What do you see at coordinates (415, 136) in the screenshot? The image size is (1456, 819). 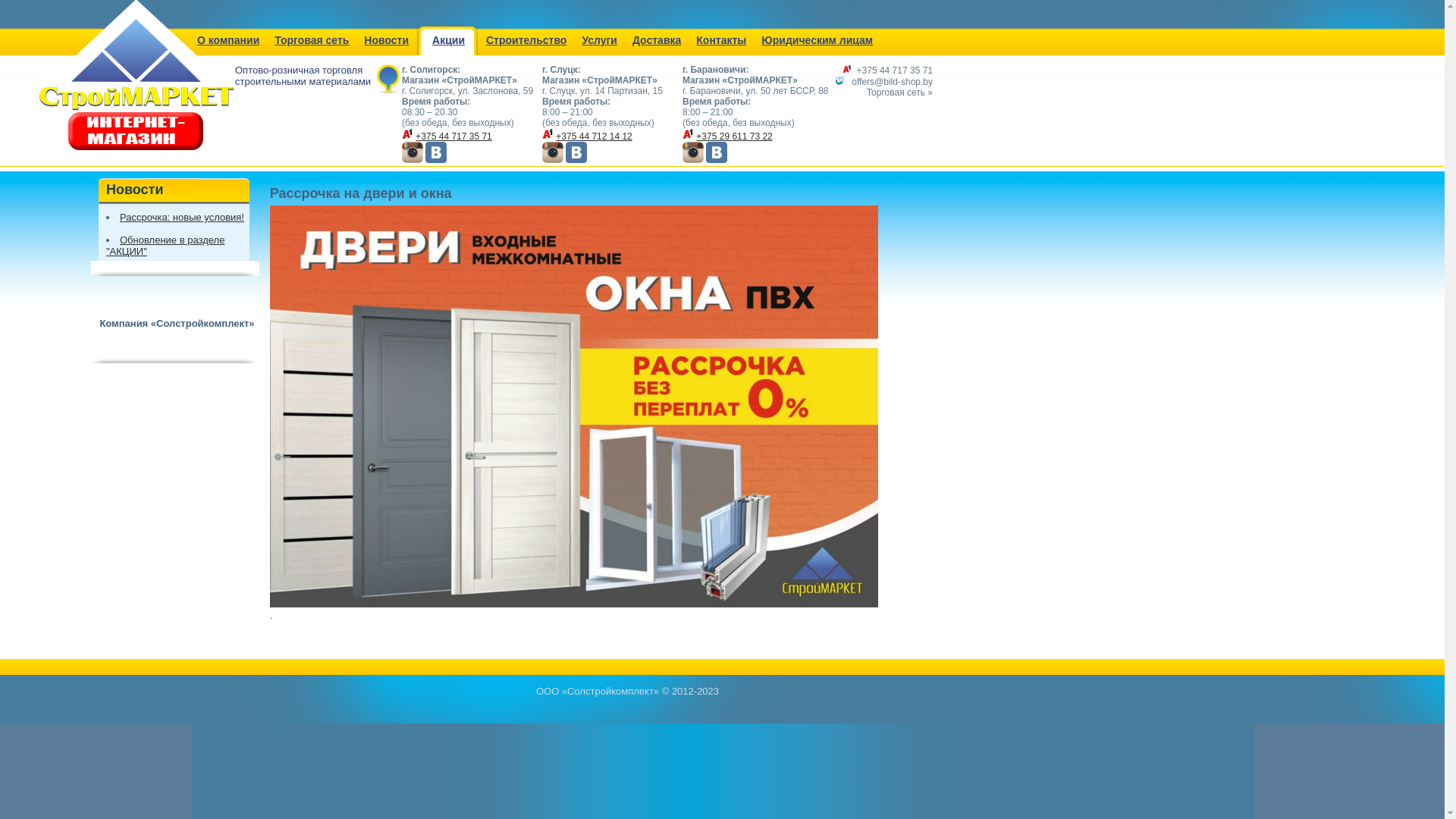 I see `'+375 44 717 35 71'` at bounding box center [415, 136].